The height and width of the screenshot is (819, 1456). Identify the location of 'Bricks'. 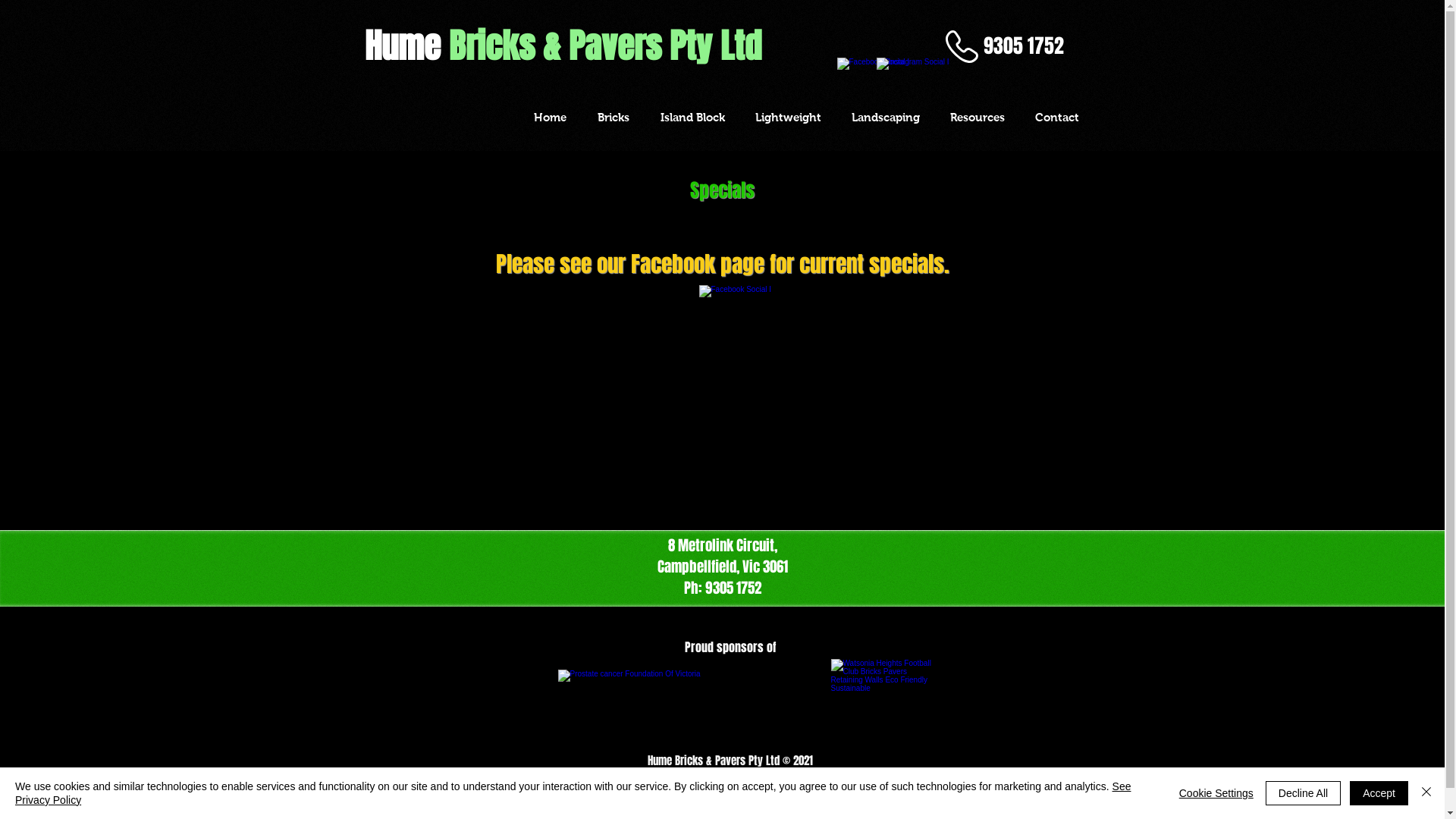
(613, 116).